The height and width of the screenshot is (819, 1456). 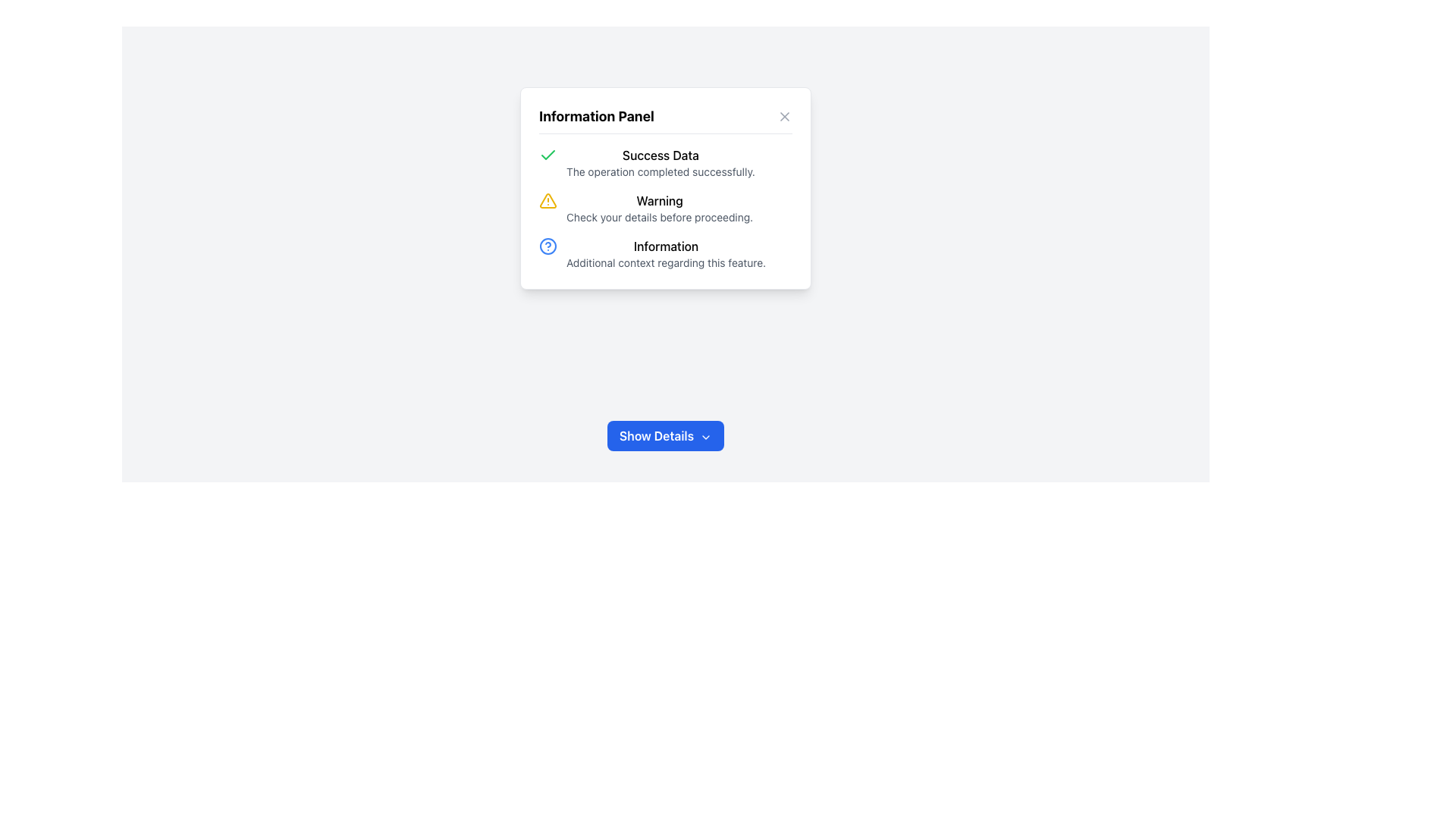 What do you see at coordinates (548, 245) in the screenshot?
I see `the informational icon located in the leftmost position of the third row in the information panel` at bounding box center [548, 245].